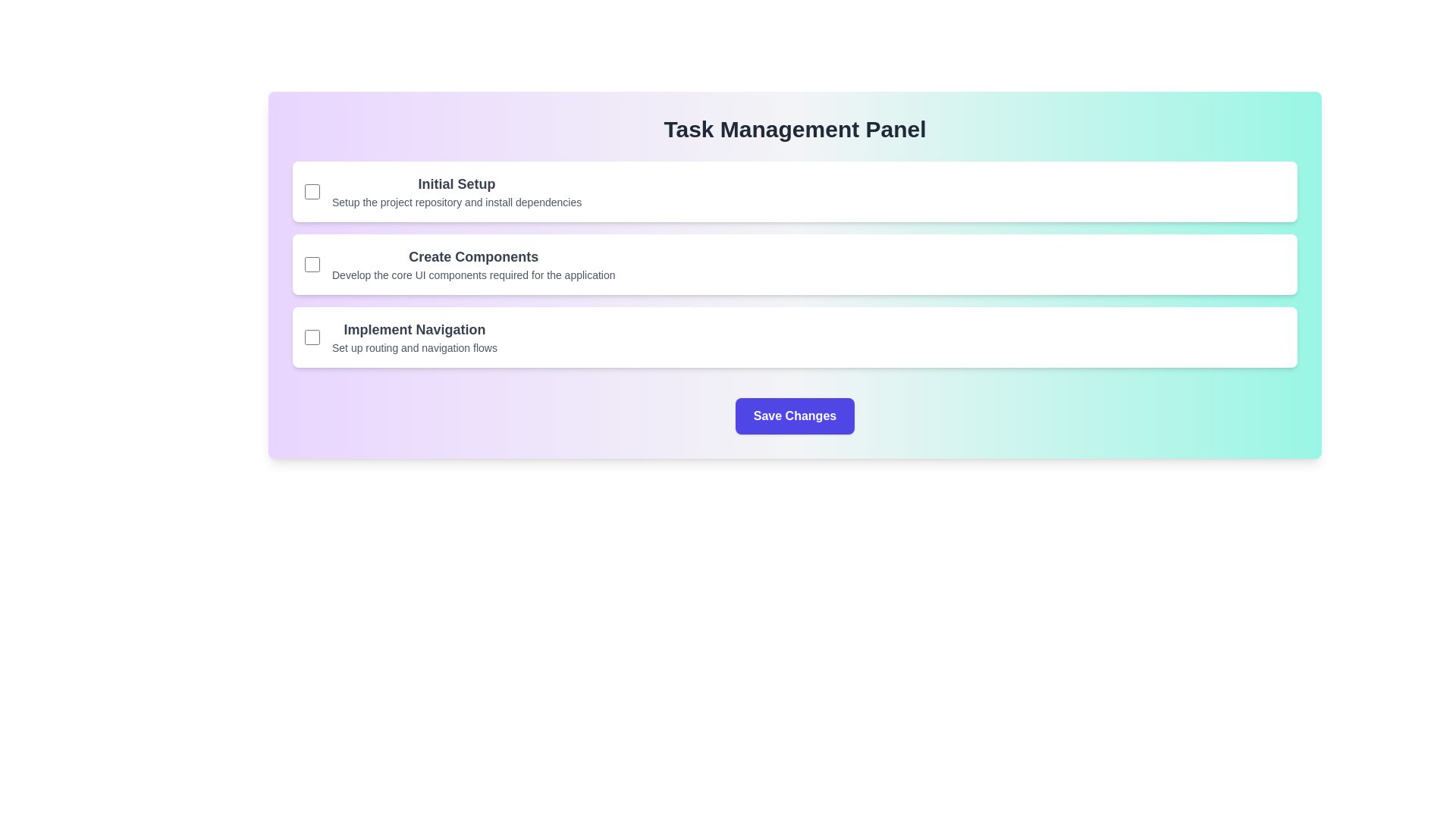 The image size is (1456, 819). Describe the element at coordinates (415, 329) in the screenshot. I see `the text component displaying 'Implement Navigation', which is the header of the third task in the vertically stacked task list` at that location.